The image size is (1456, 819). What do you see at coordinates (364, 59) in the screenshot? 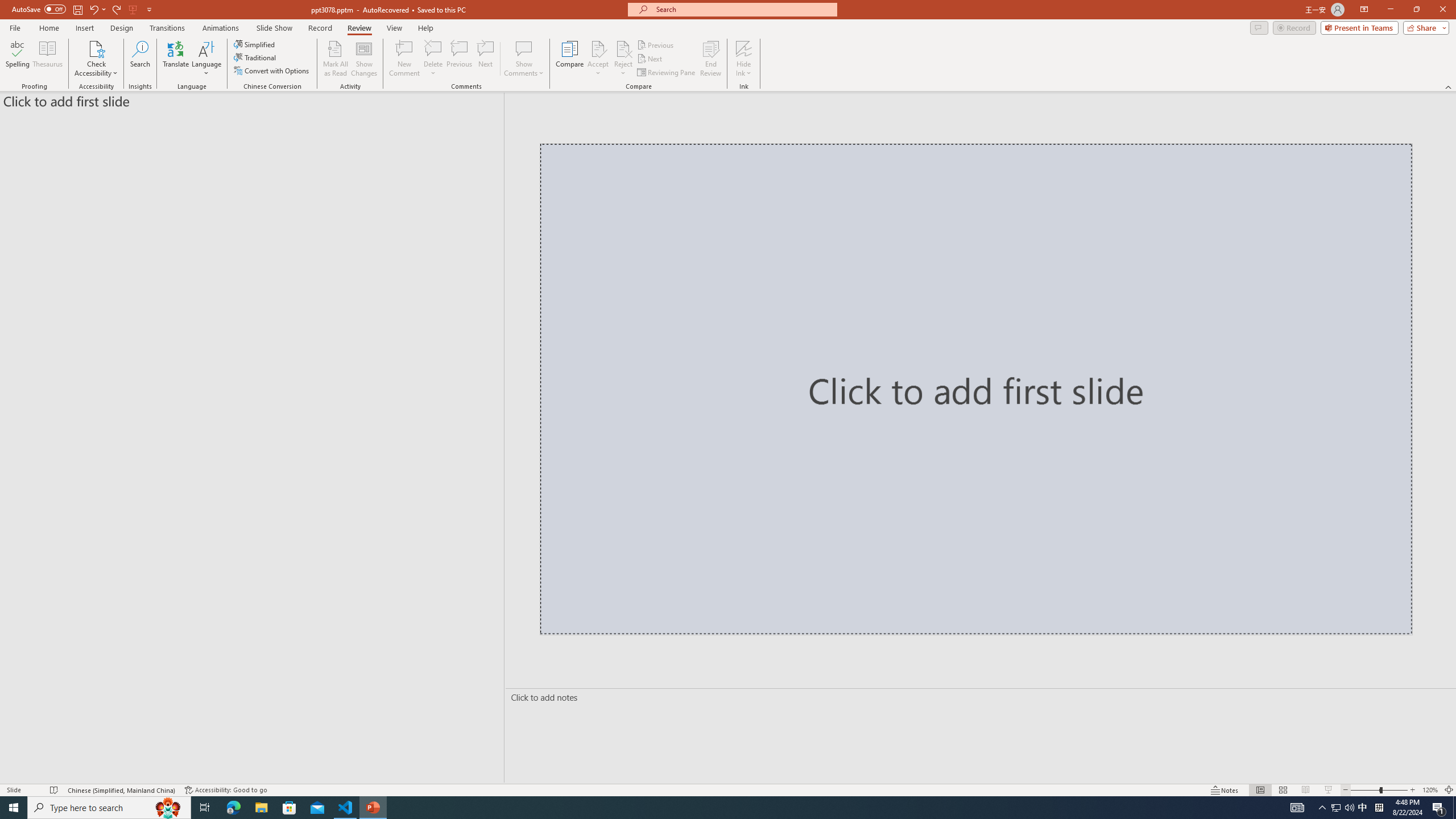
I see `'Show Changes'` at bounding box center [364, 59].